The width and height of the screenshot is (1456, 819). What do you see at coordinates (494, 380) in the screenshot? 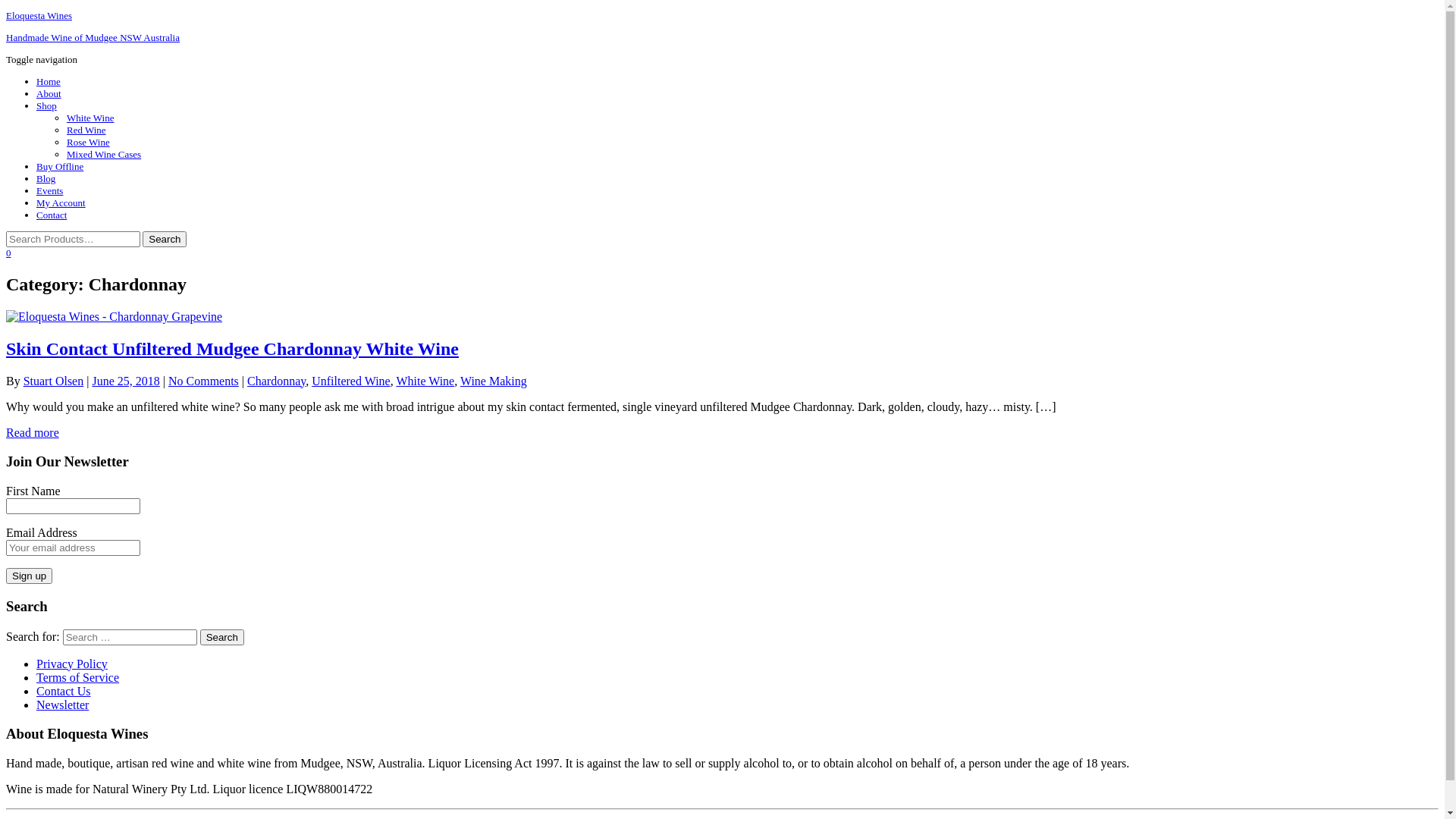
I see `'Wine Making'` at bounding box center [494, 380].